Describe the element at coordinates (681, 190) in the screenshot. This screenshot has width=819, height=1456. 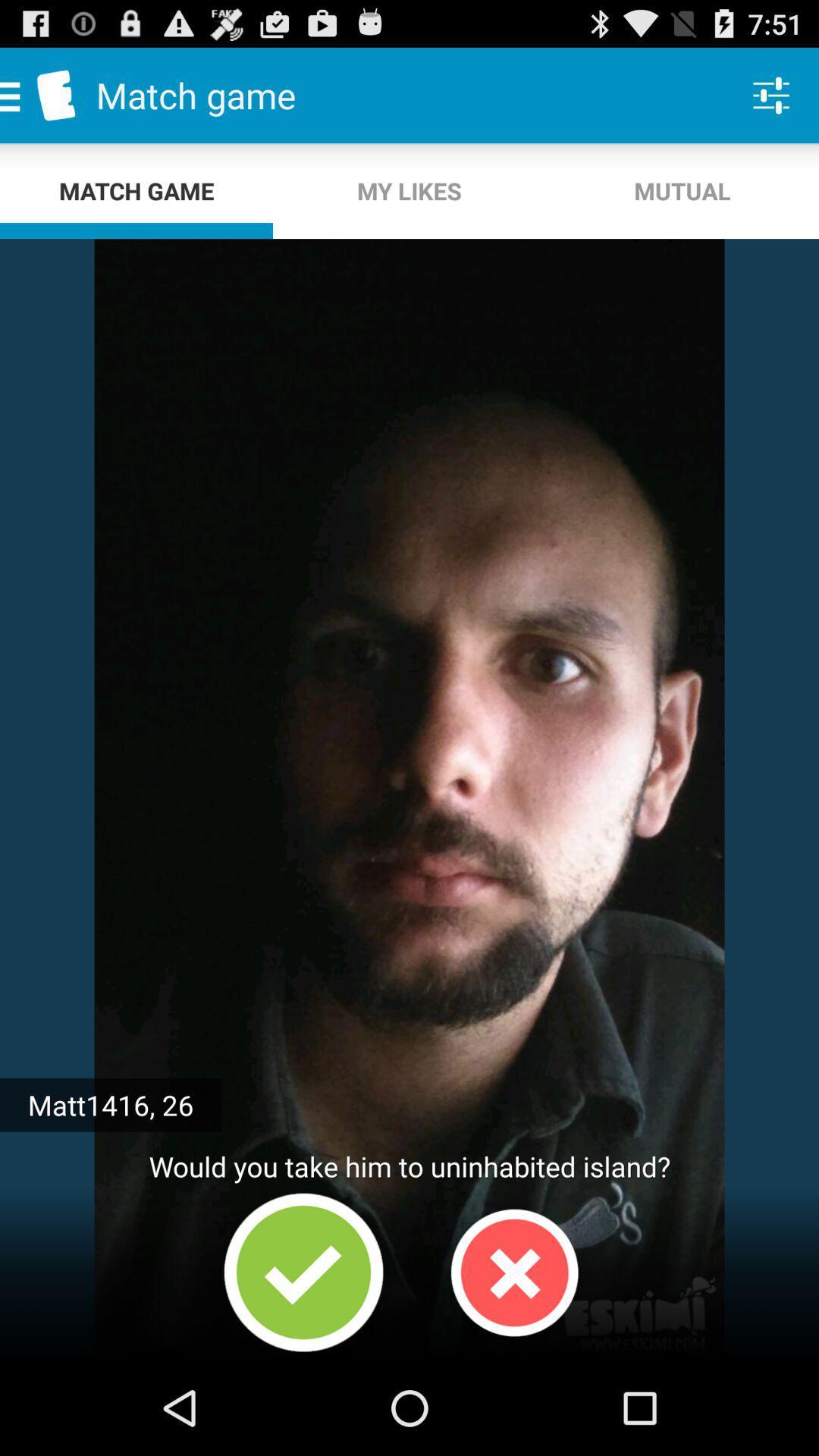
I see `the app to the right of the my likes item` at that location.